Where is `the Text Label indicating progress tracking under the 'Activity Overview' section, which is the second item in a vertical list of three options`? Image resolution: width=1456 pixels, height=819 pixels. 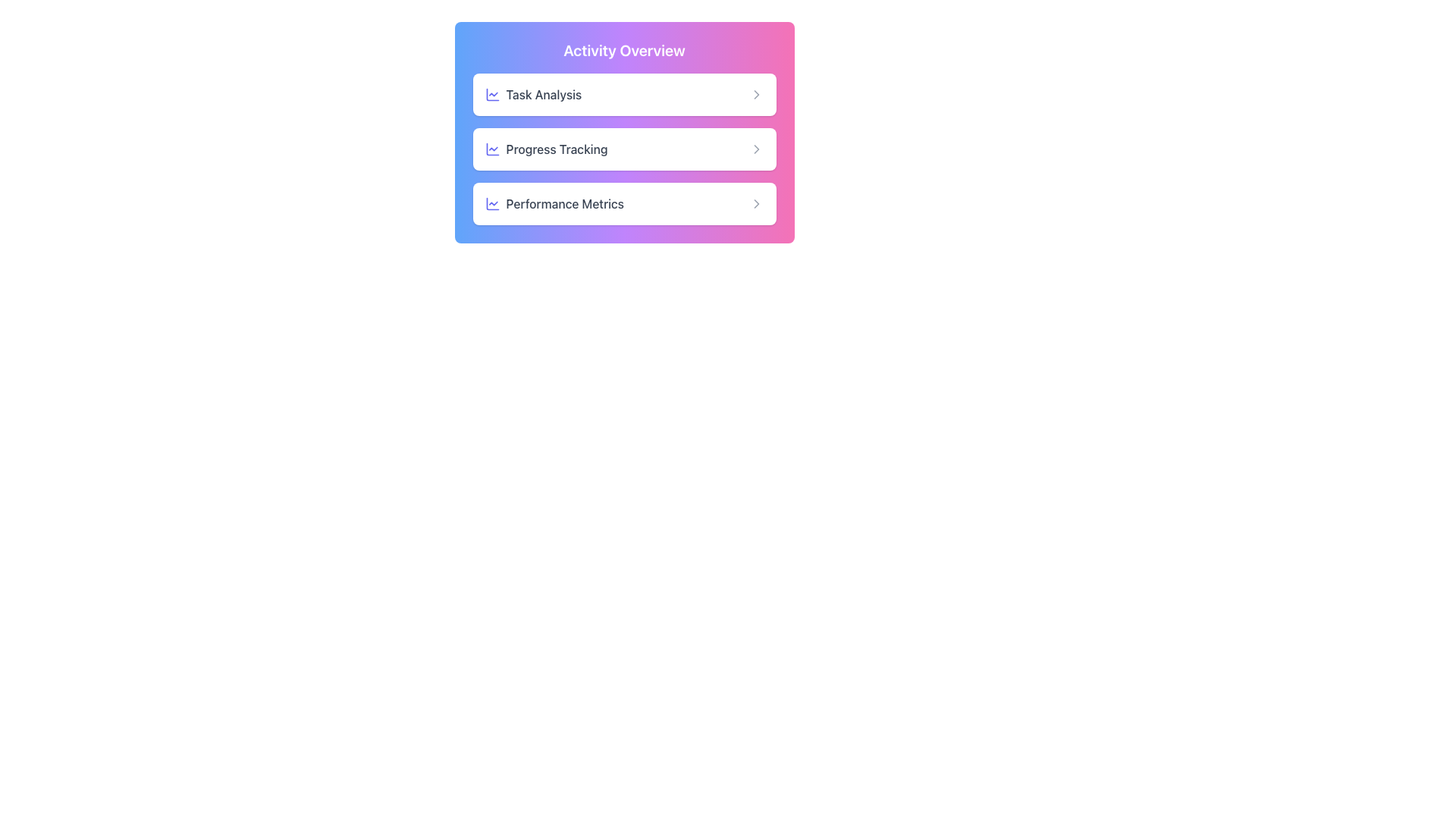
the Text Label indicating progress tracking under the 'Activity Overview' section, which is the second item in a vertical list of three options is located at coordinates (546, 149).